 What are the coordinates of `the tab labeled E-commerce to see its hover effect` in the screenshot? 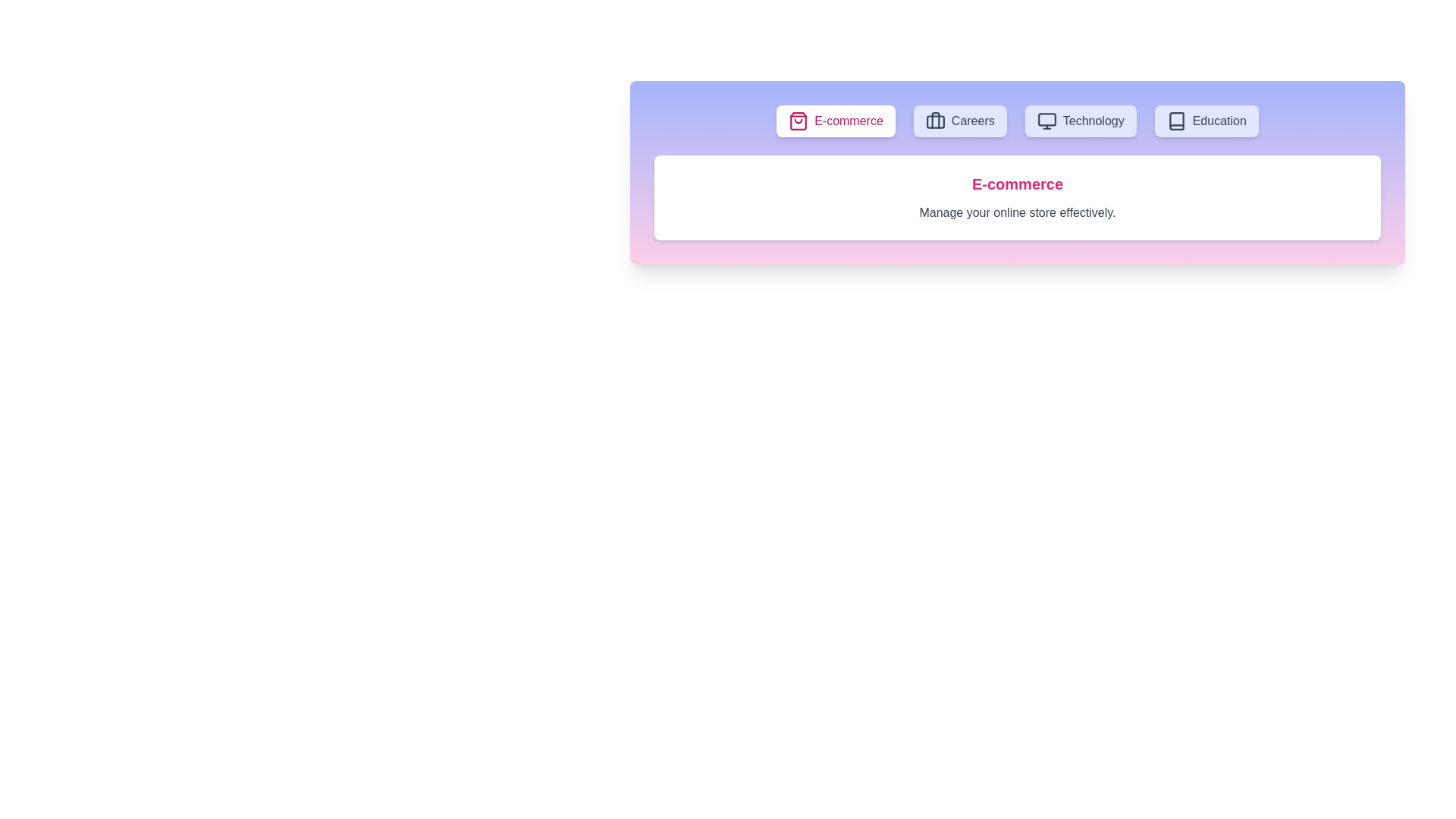 It's located at (835, 120).